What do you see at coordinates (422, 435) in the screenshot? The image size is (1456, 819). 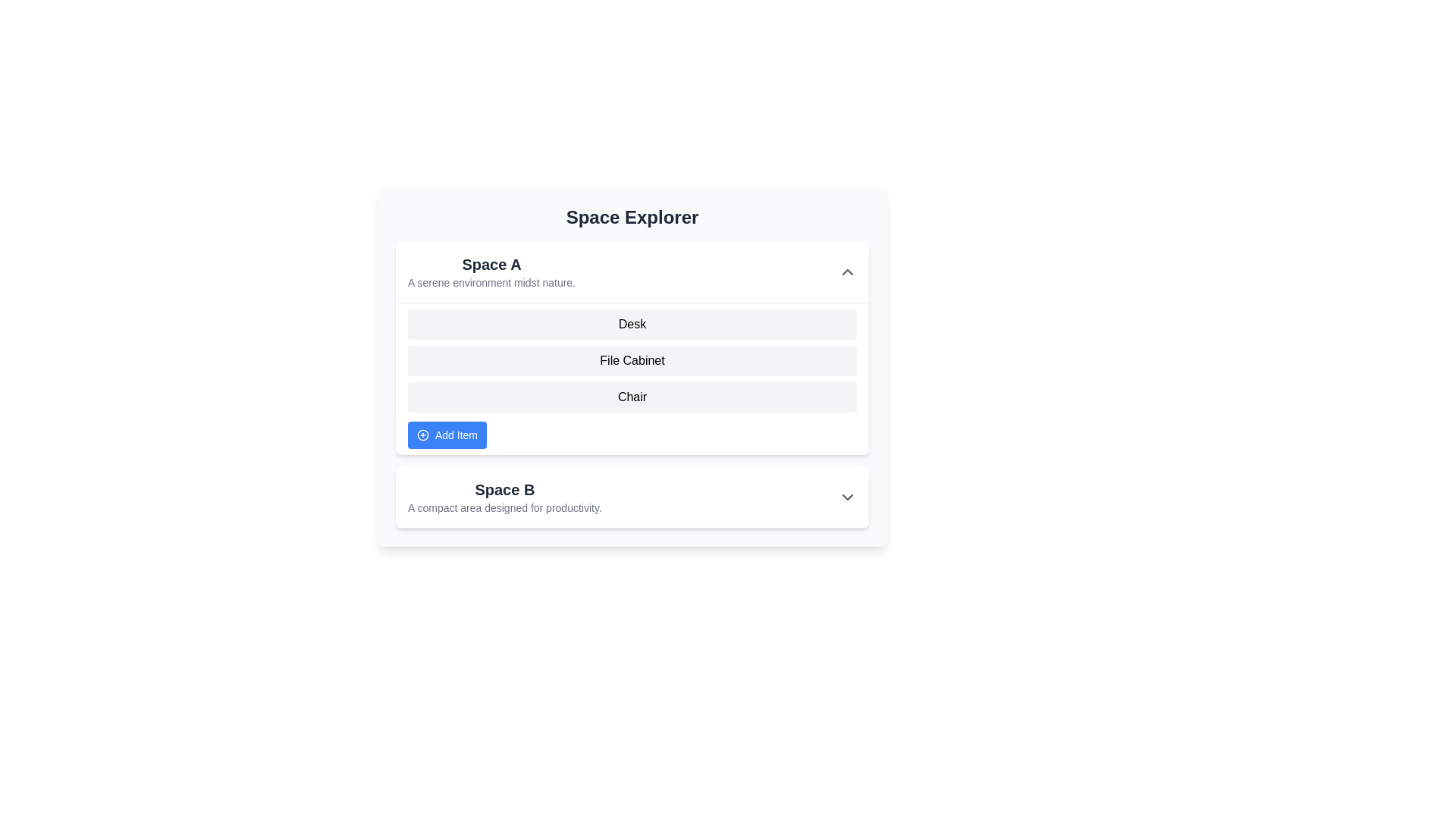 I see `the circular '+' icon with a blue stroke located on the 'Add Item' button, which is positioned under the 'Space A' section` at bounding box center [422, 435].